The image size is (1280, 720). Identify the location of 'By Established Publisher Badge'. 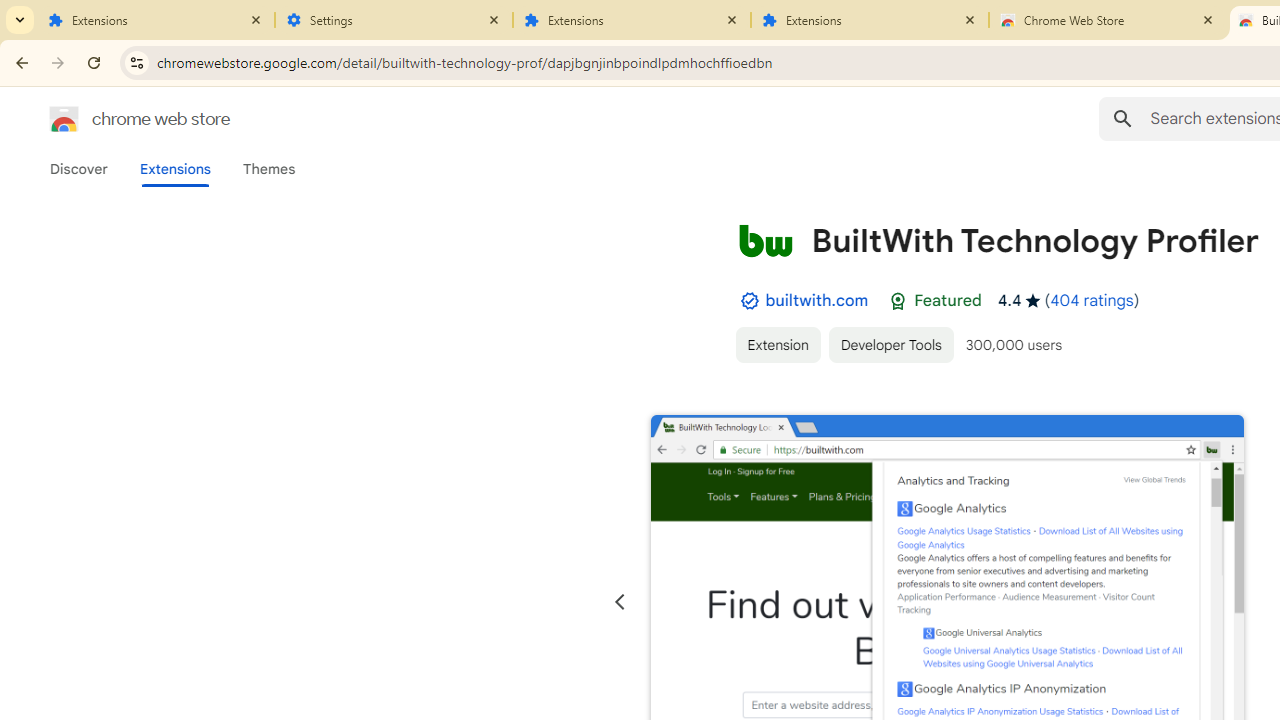
(748, 301).